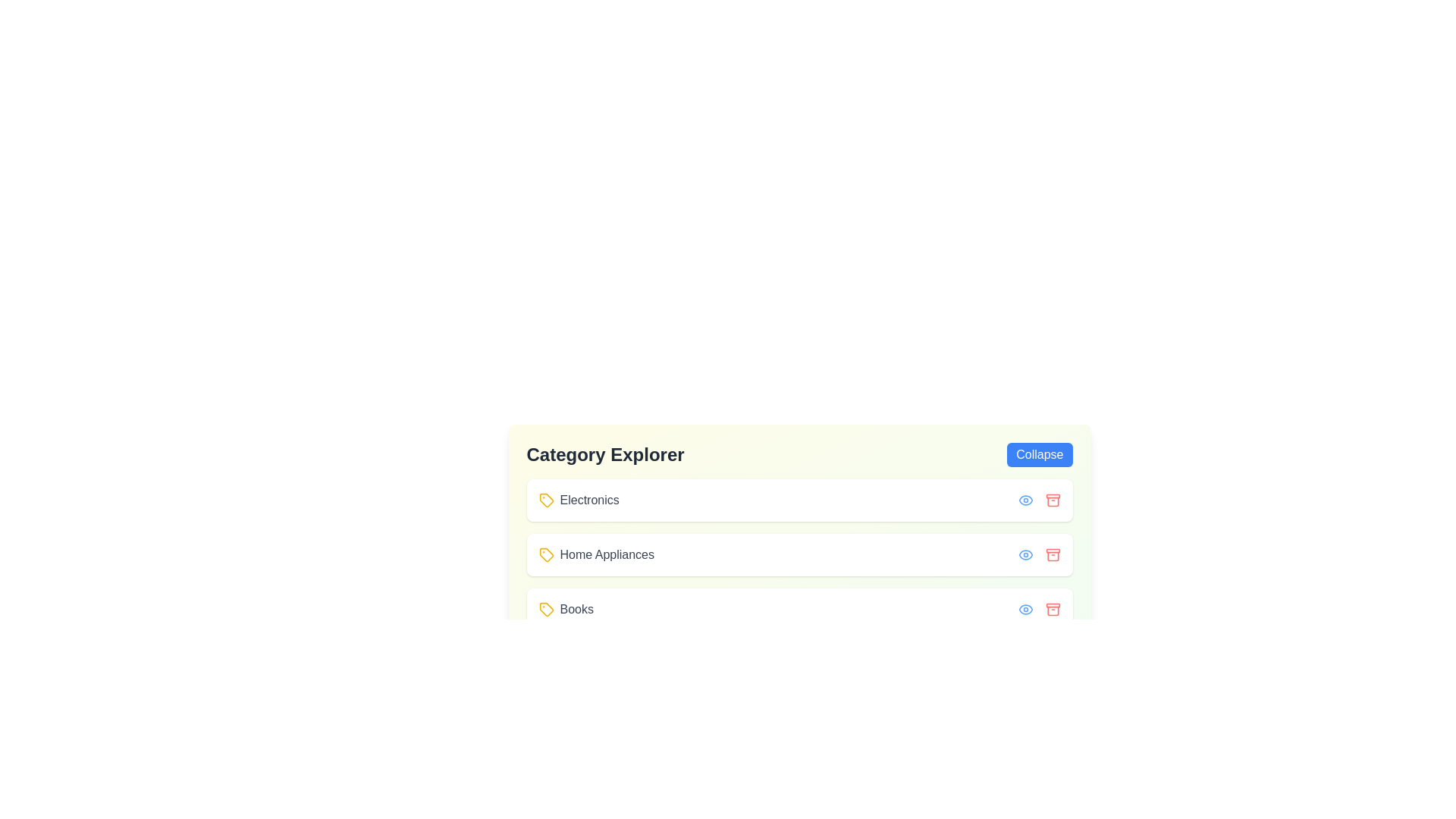  Describe the element at coordinates (1025, 608) in the screenshot. I see `the eye graphic icon located to the far right of the 'Electronics' category row in the 'Category Explorer' section` at that location.